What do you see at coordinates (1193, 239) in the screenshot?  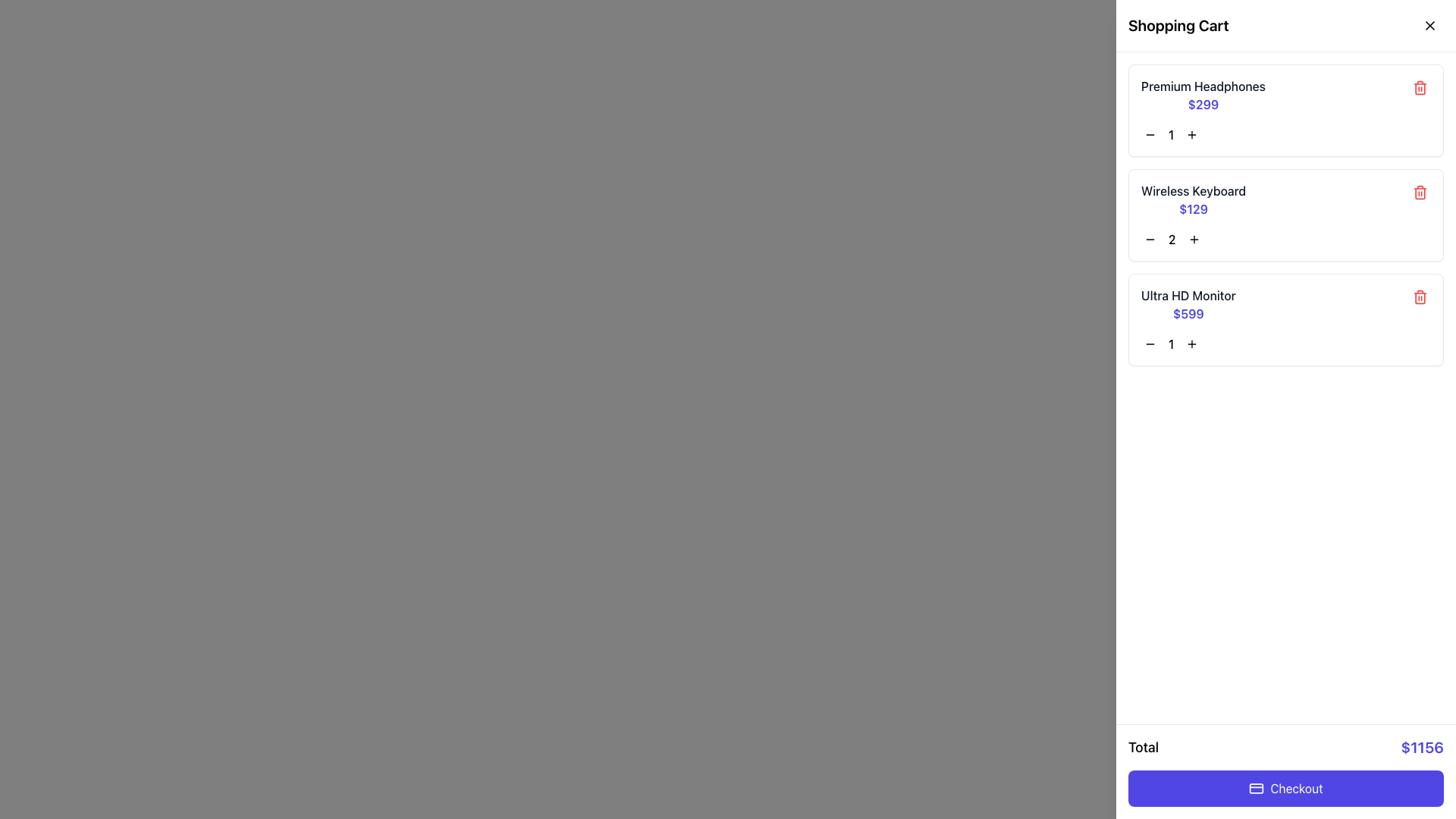 I see `the circular button with a plus sign icon, which is the third interactive button associated with the Wireless Keyboard in the shopping cart, to trigger the background change effect` at bounding box center [1193, 239].